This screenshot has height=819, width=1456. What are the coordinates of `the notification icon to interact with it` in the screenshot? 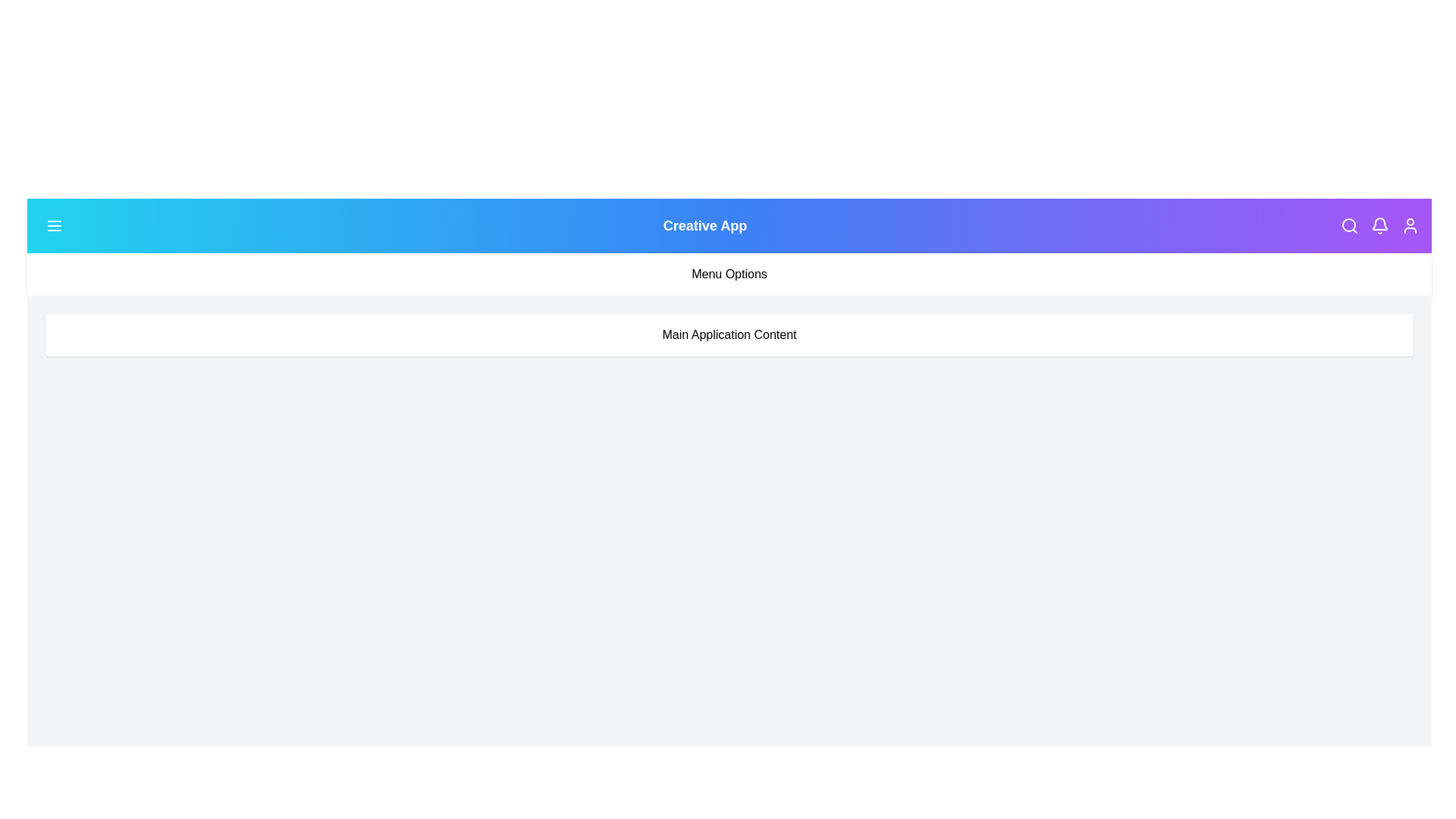 It's located at (1379, 225).